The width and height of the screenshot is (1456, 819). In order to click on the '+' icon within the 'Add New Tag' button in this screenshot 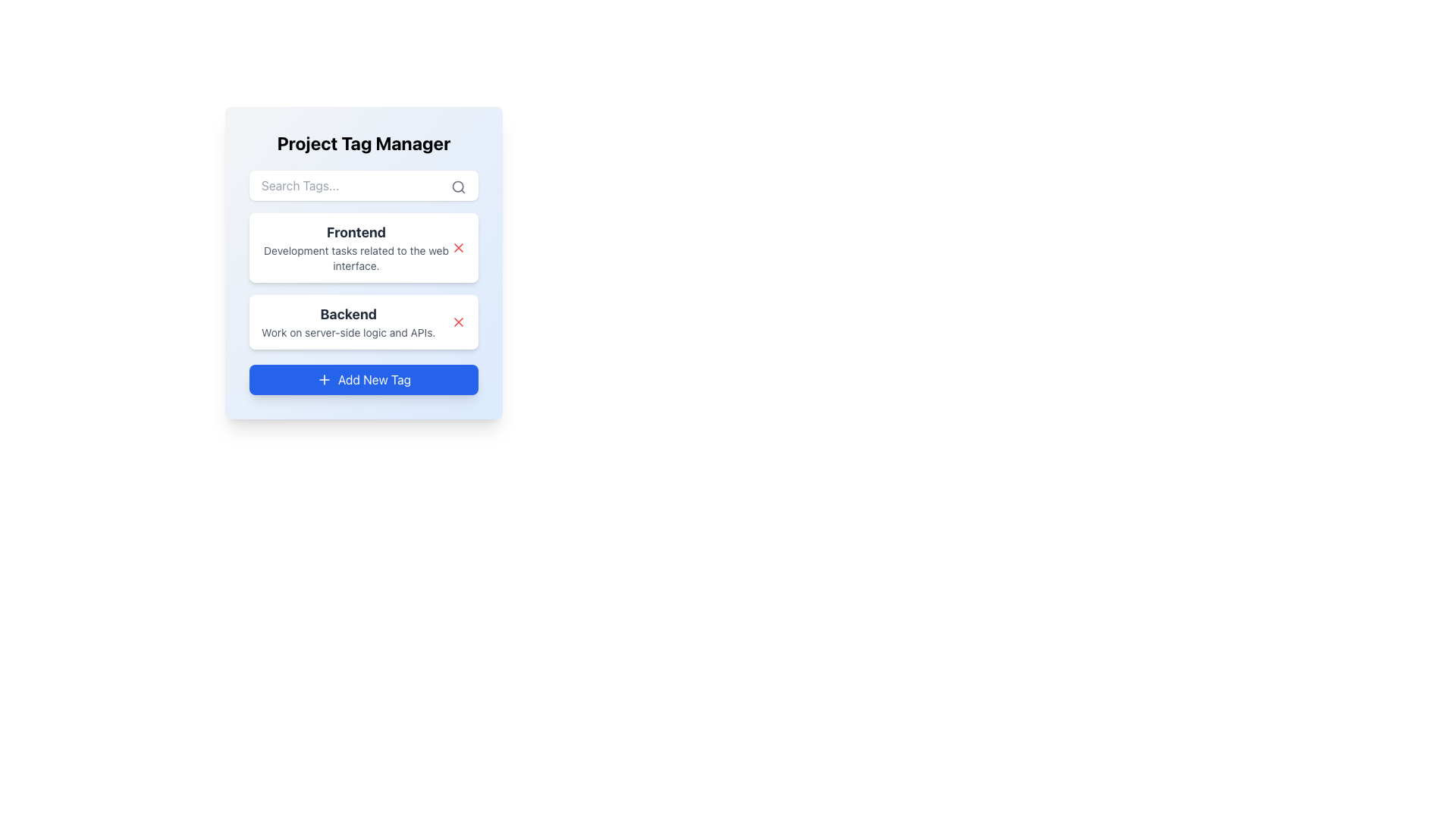, I will do `click(323, 379)`.